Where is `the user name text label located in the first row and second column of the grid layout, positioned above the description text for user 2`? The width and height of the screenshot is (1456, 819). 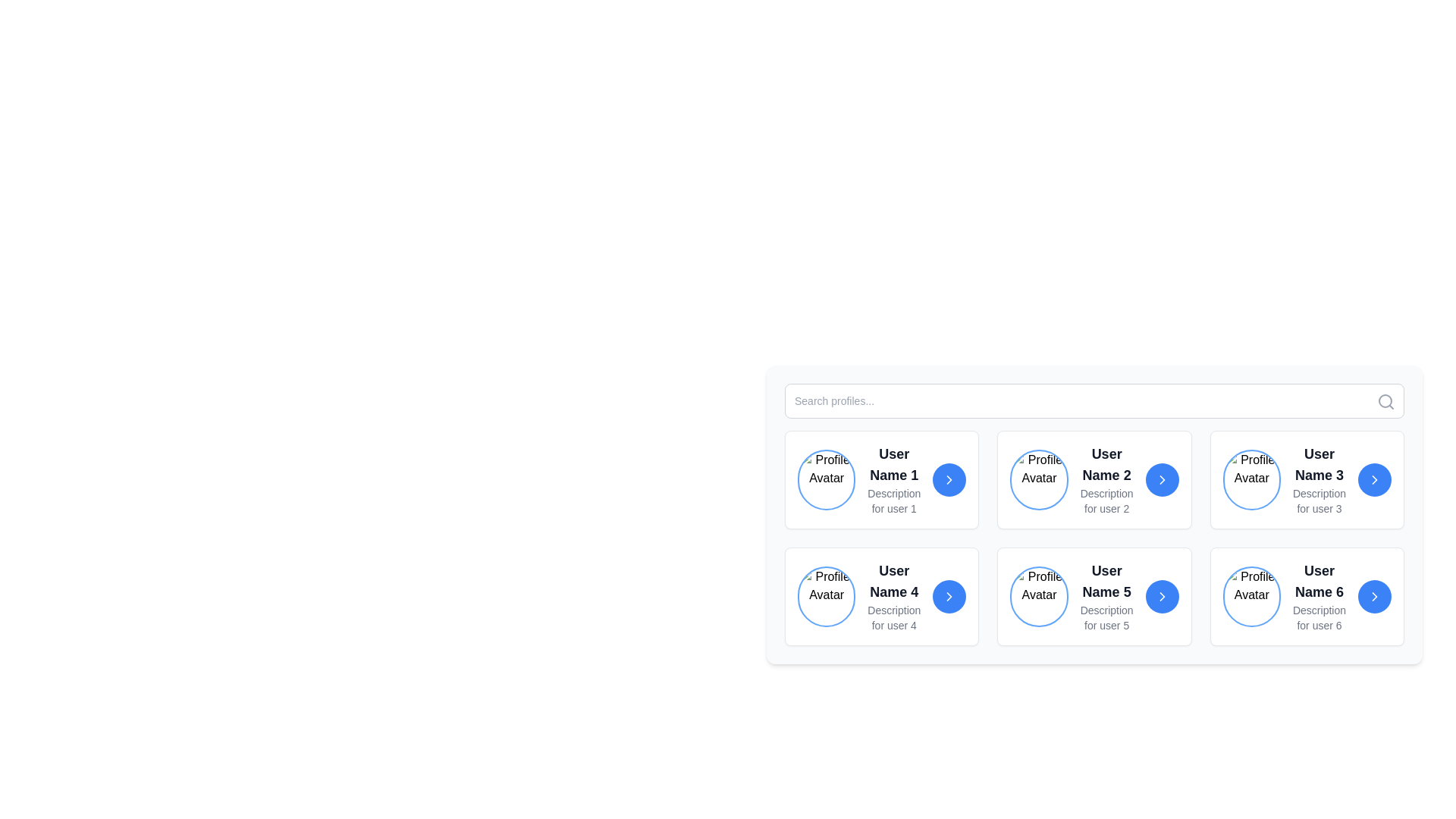 the user name text label located in the first row and second column of the grid layout, positioned above the description text for user 2 is located at coordinates (1106, 464).